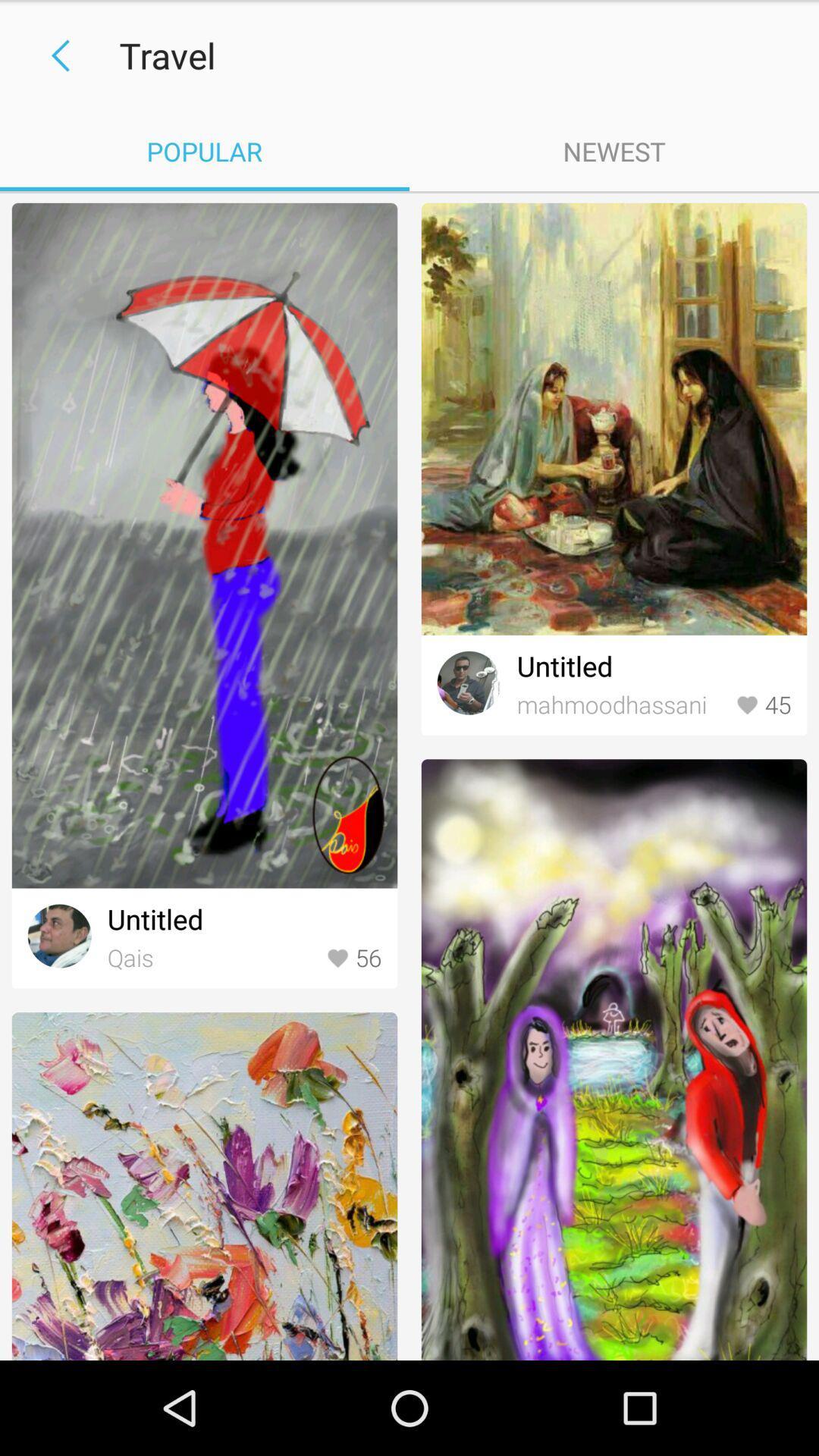 This screenshot has height=1456, width=819. Describe the element at coordinates (353, 958) in the screenshot. I see `icon next to qais item` at that location.